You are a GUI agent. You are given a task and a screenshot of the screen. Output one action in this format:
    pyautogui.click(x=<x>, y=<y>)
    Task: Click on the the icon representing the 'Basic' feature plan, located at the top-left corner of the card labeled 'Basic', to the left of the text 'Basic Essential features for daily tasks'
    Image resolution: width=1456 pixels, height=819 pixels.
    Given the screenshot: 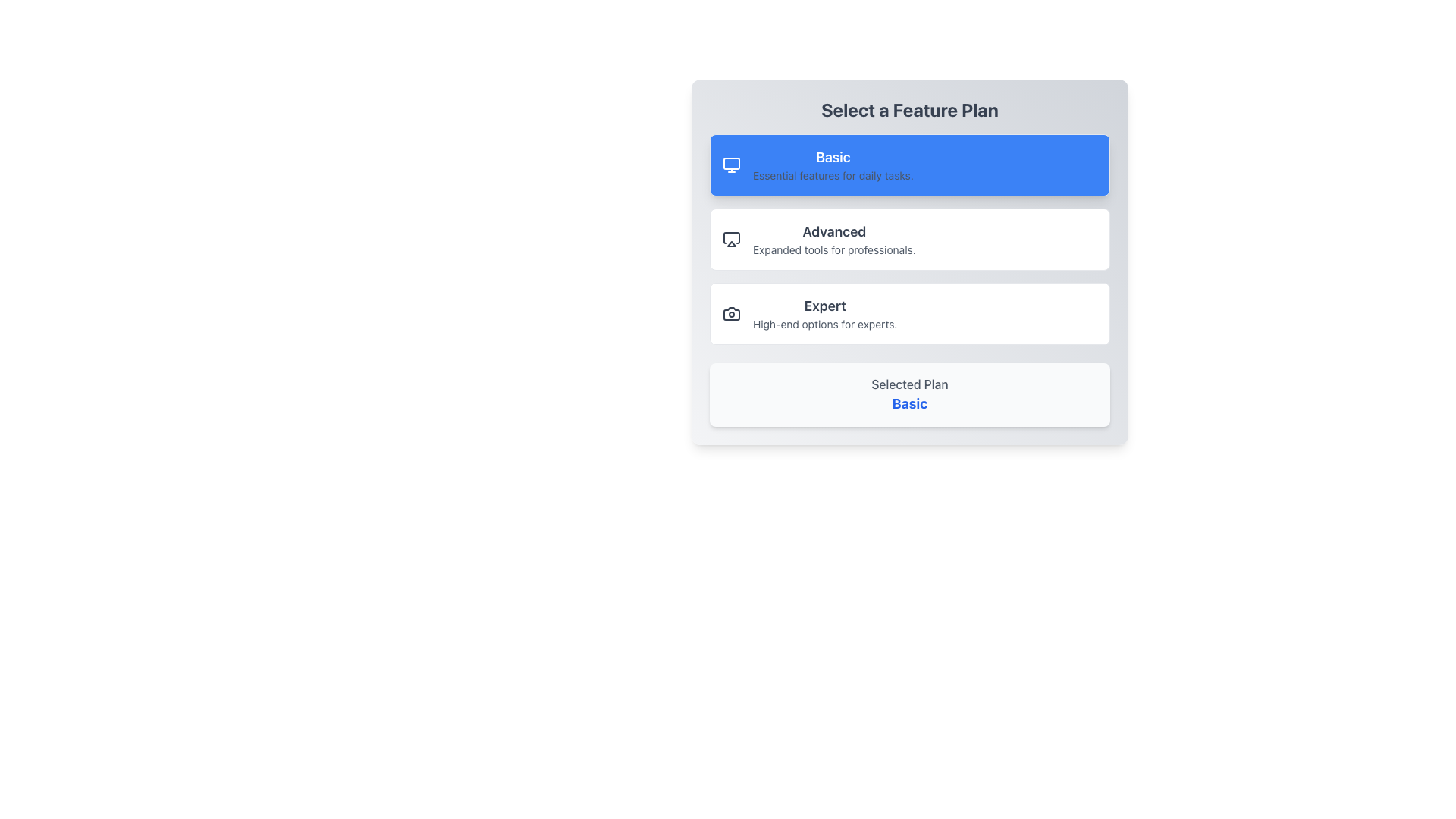 What is the action you would take?
    pyautogui.click(x=731, y=165)
    